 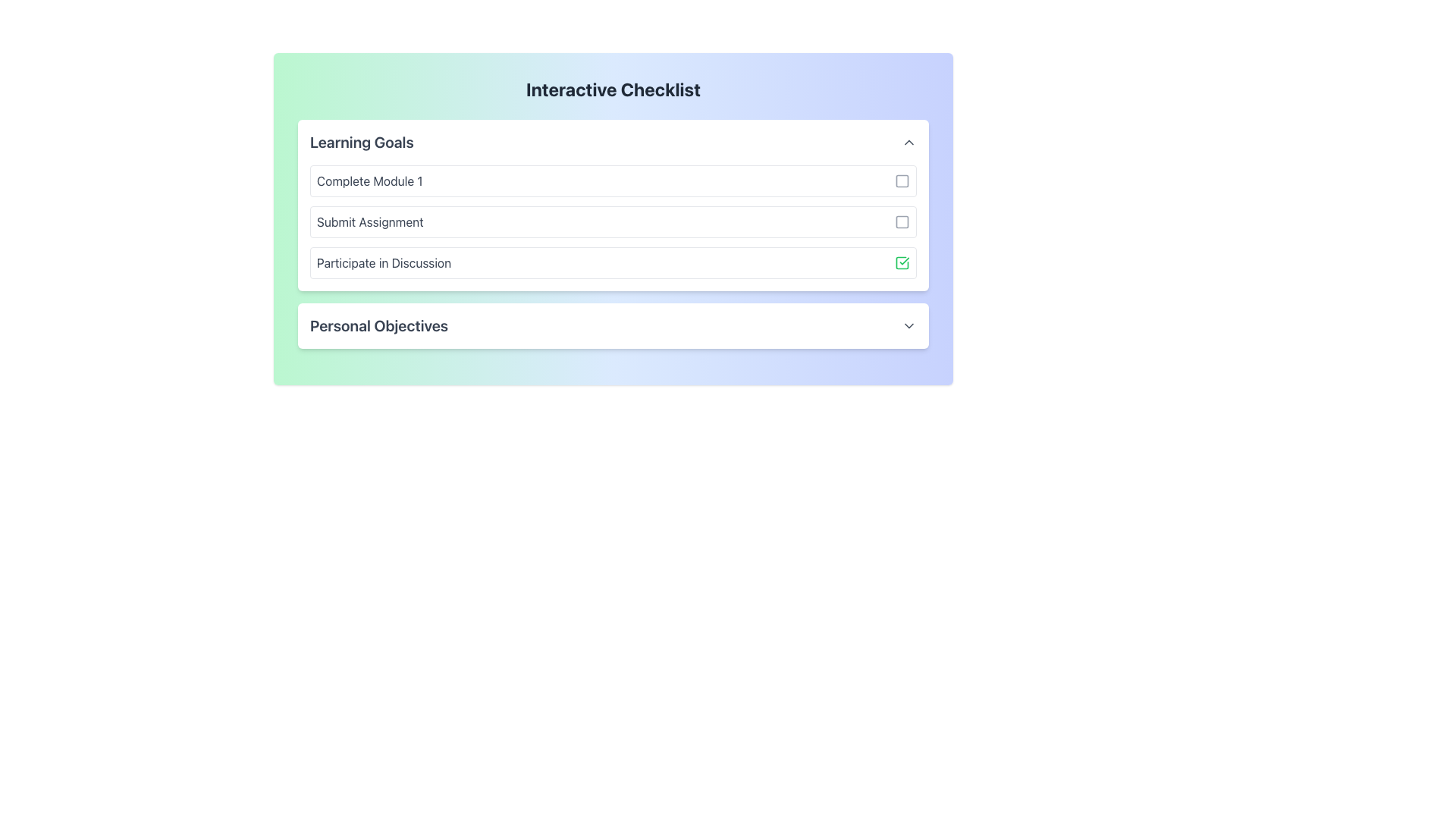 I want to click on the 'Submit Assignment' text label displayed in medium gray color, located in the second row of the 'Learning Goals' section of the checklist, so click(x=370, y=222).